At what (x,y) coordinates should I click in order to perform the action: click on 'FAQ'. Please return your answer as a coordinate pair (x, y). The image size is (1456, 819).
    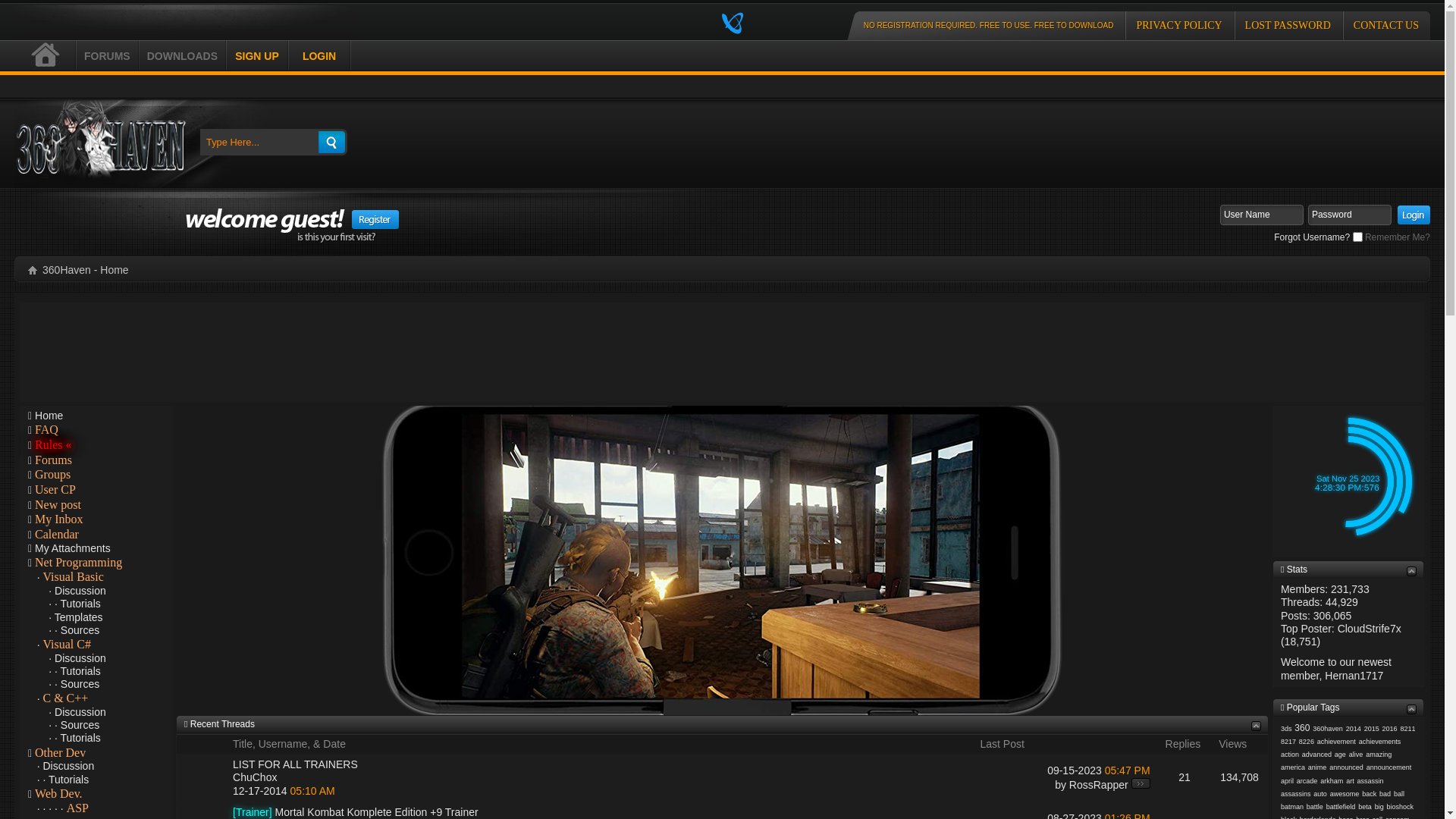
    Looking at the image, I should click on (46, 430).